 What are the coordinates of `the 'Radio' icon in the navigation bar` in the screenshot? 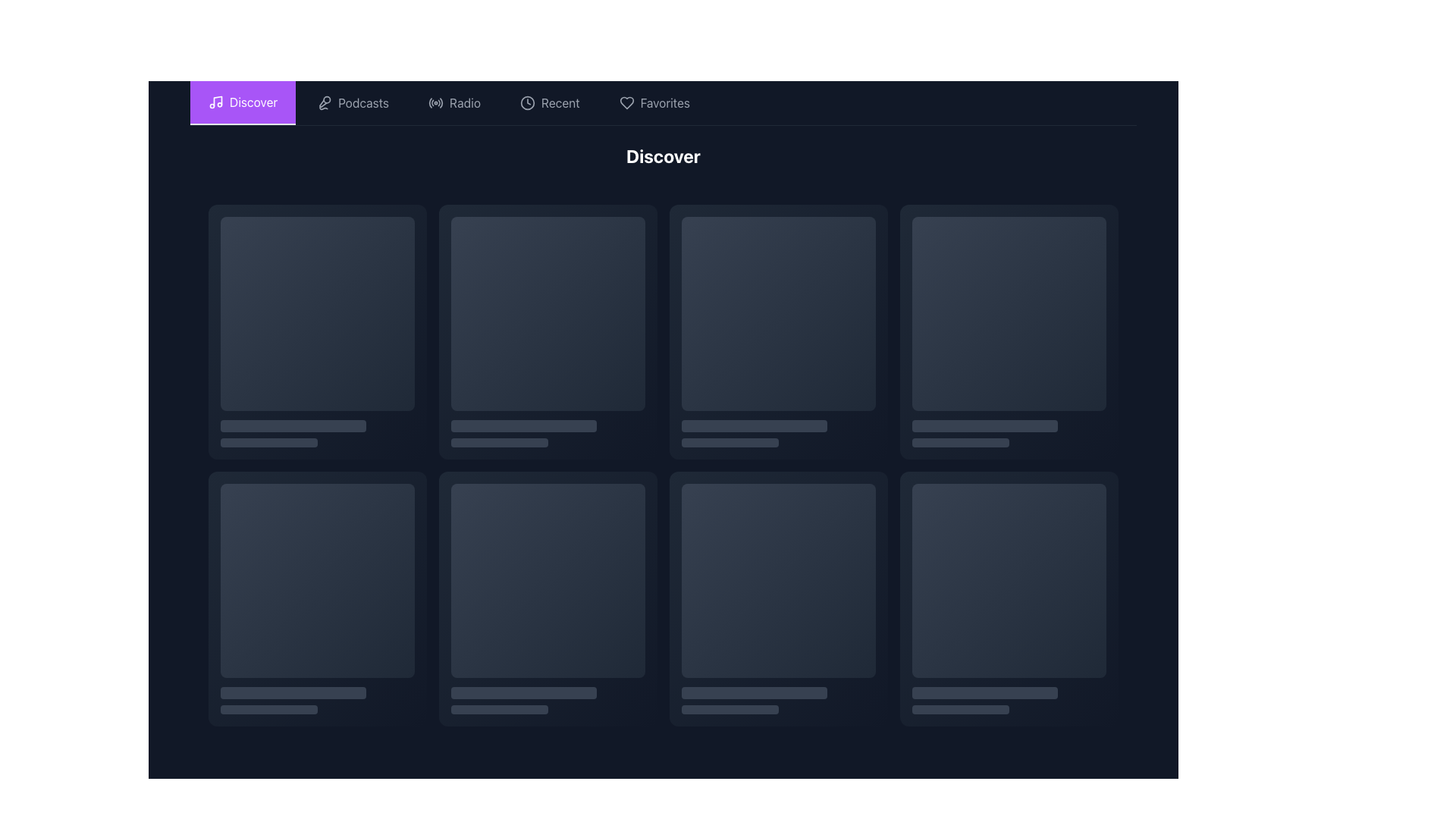 It's located at (435, 102).